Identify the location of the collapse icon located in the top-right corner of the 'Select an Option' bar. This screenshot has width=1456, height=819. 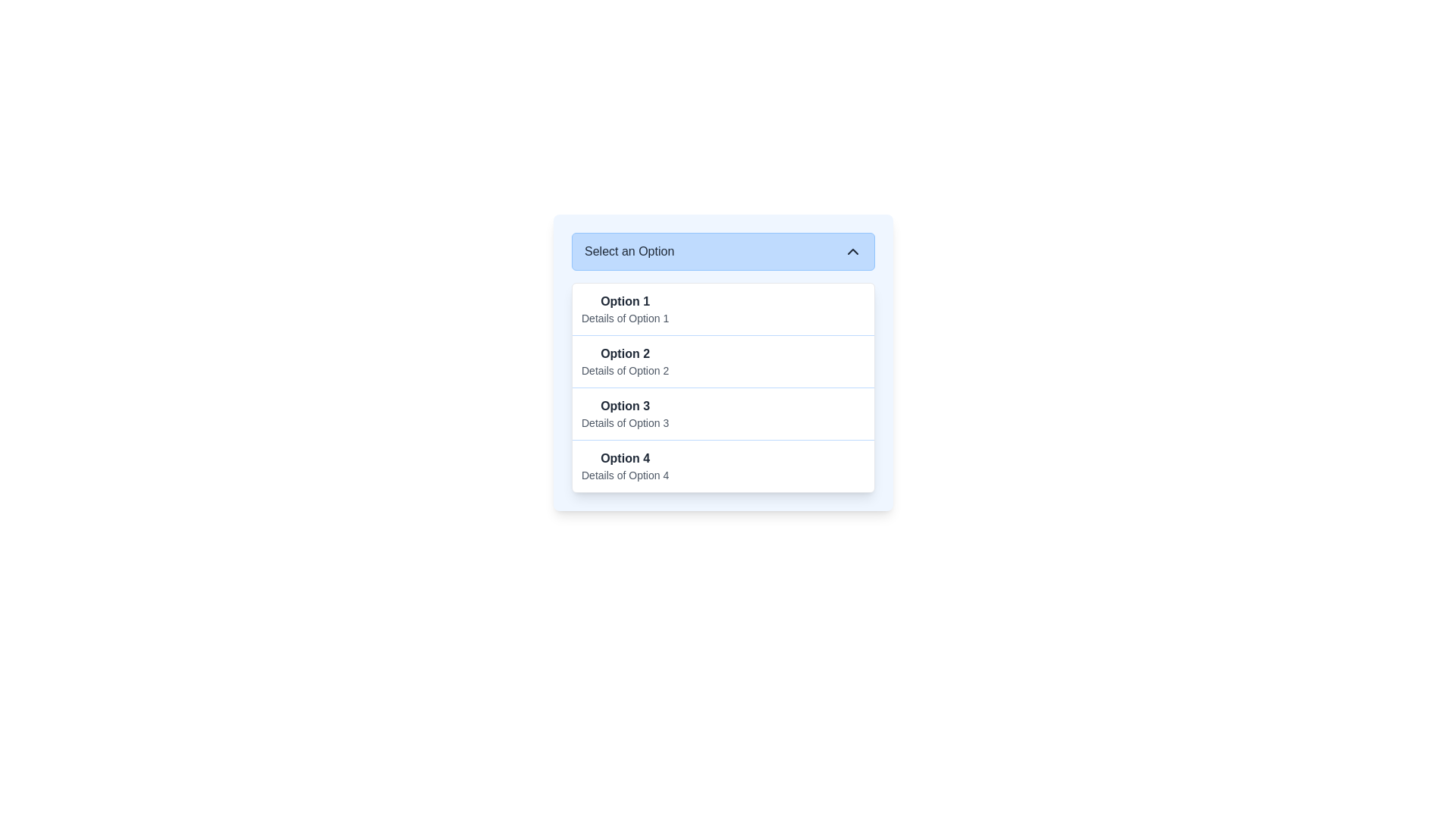
(852, 250).